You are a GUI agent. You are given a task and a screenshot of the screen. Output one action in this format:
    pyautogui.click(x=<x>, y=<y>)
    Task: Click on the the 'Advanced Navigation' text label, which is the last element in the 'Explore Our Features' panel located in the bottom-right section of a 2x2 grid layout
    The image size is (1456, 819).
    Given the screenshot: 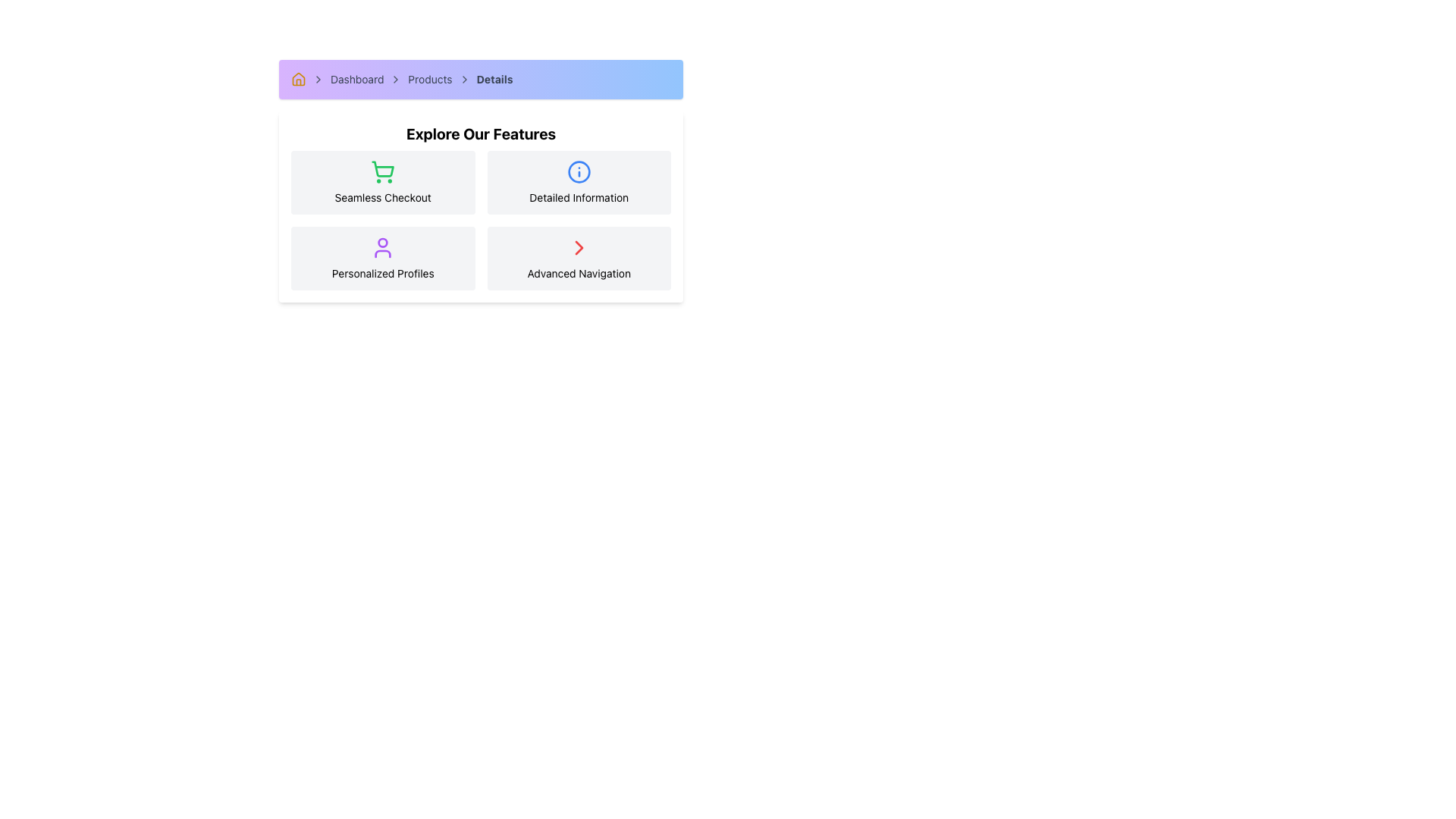 What is the action you would take?
    pyautogui.click(x=578, y=274)
    